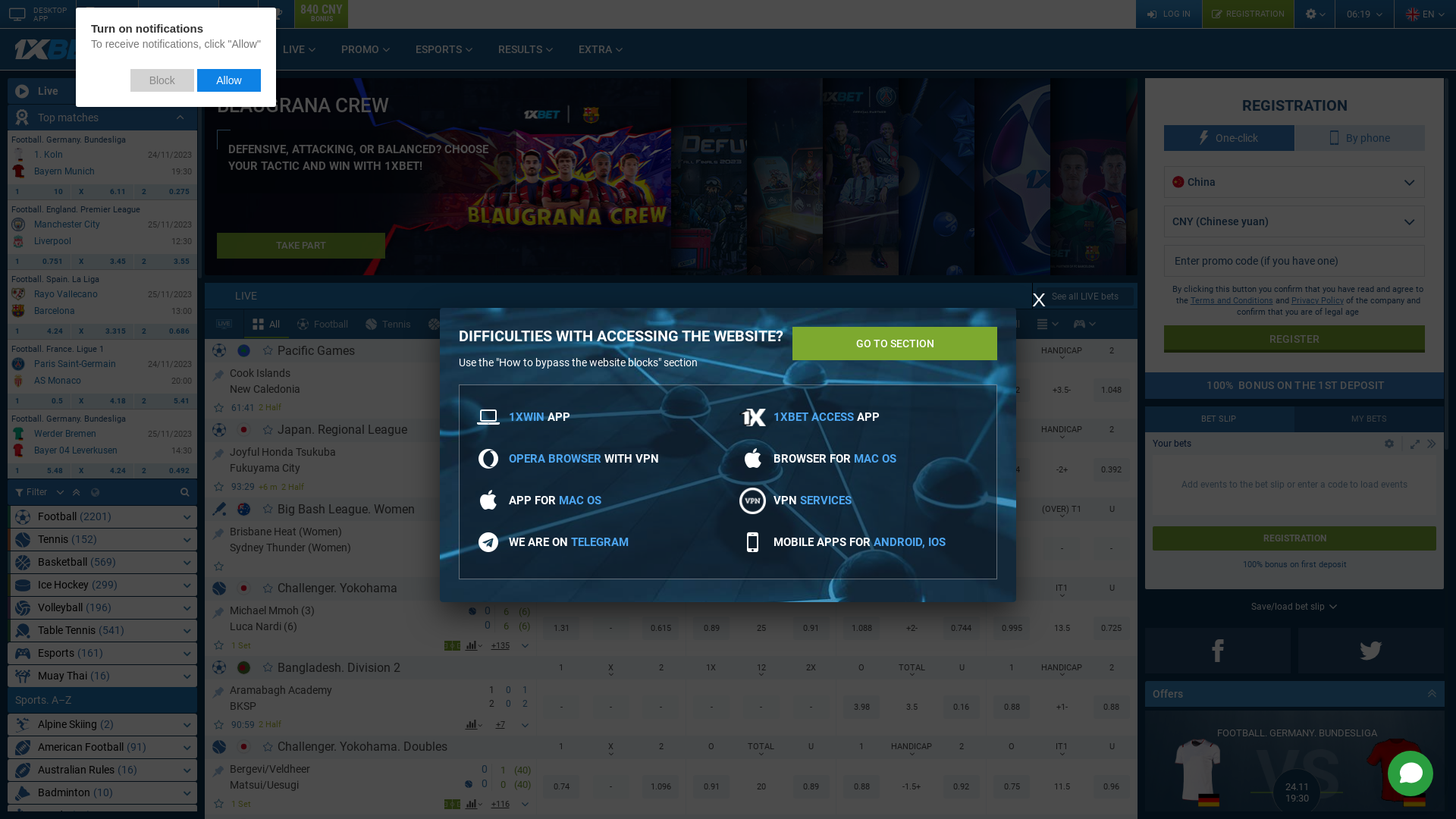 The height and width of the screenshot is (819, 1456). What do you see at coordinates (337, 587) in the screenshot?
I see `'Challenger. Yokohama'` at bounding box center [337, 587].